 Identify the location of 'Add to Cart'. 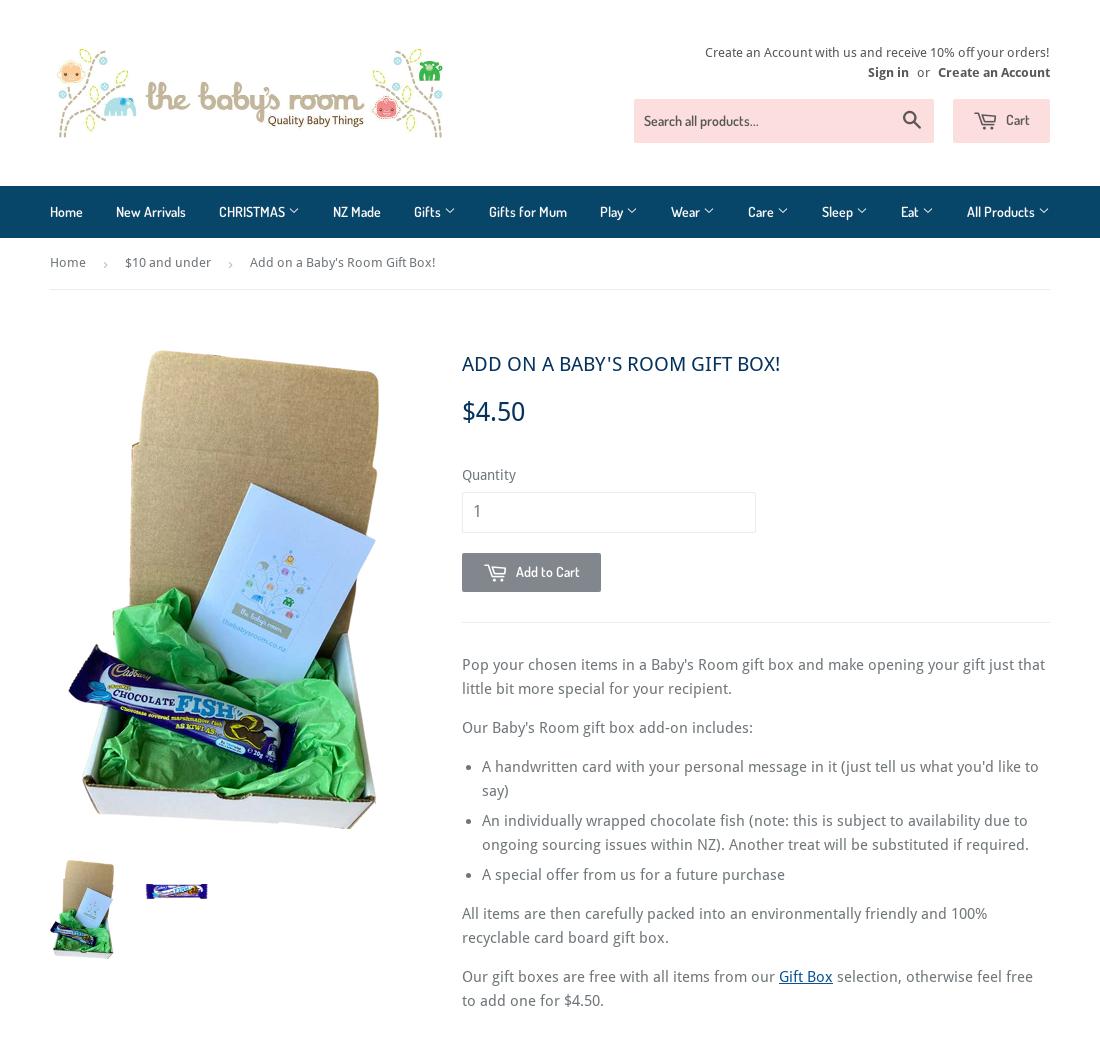
(548, 570).